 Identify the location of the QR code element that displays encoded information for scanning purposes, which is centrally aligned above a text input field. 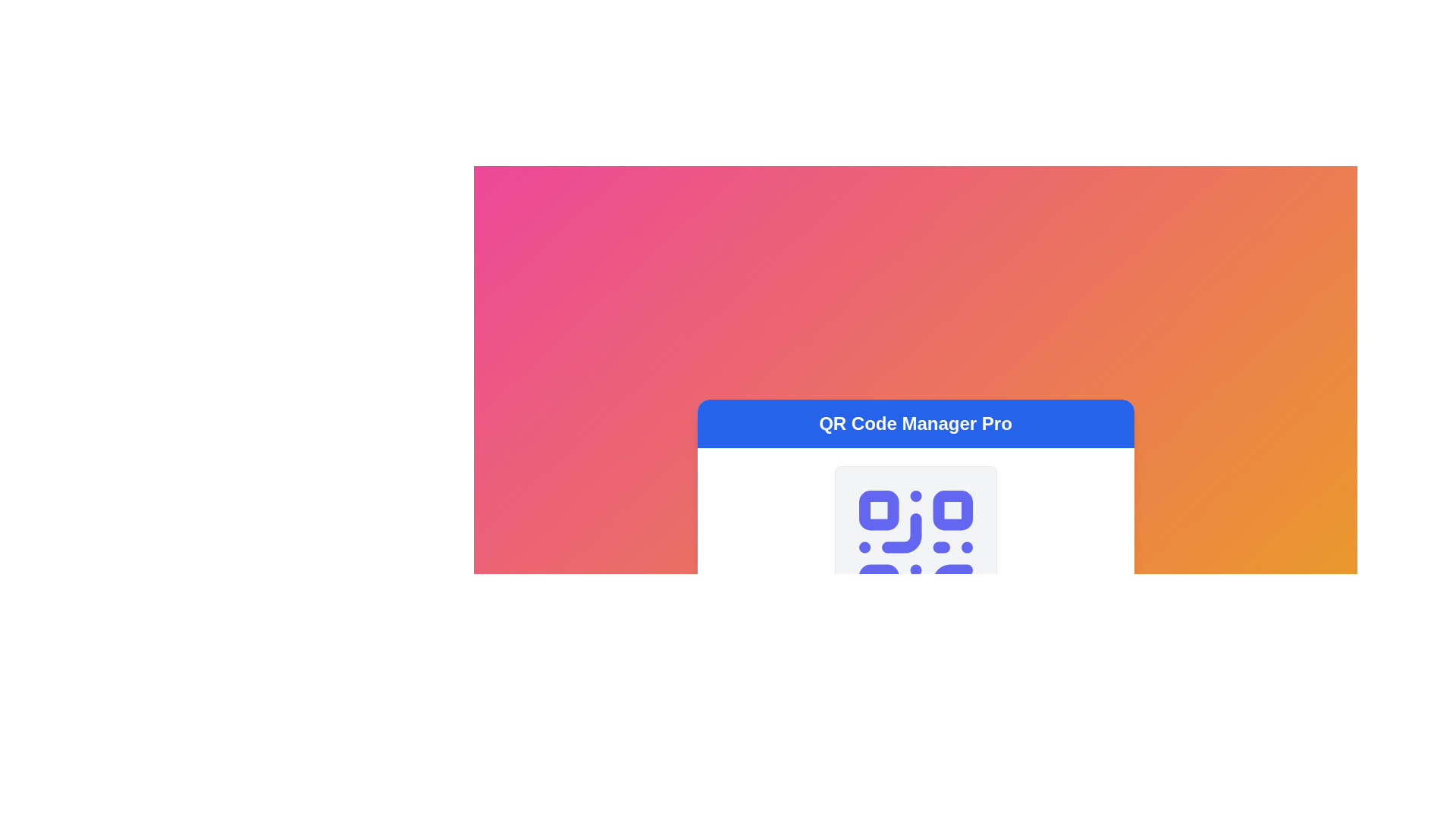
(915, 547).